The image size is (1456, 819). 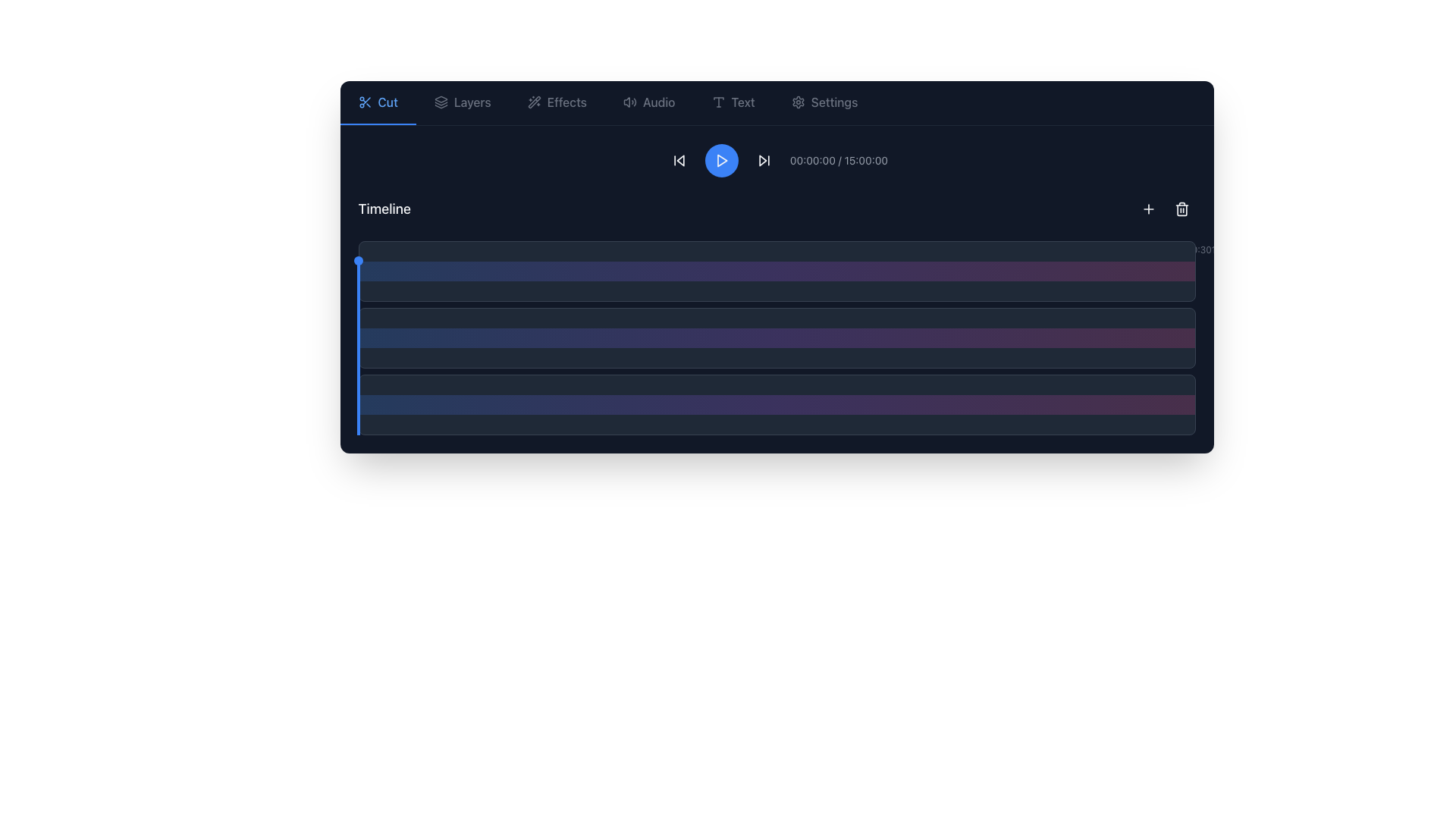 What do you see at coordinates (678, 161) in the screenshot?
I see `the circular button with a skip-backward icon located to the left of the blue play button in the media control group to observe the hover interaction` at bounding box center [678, 161].